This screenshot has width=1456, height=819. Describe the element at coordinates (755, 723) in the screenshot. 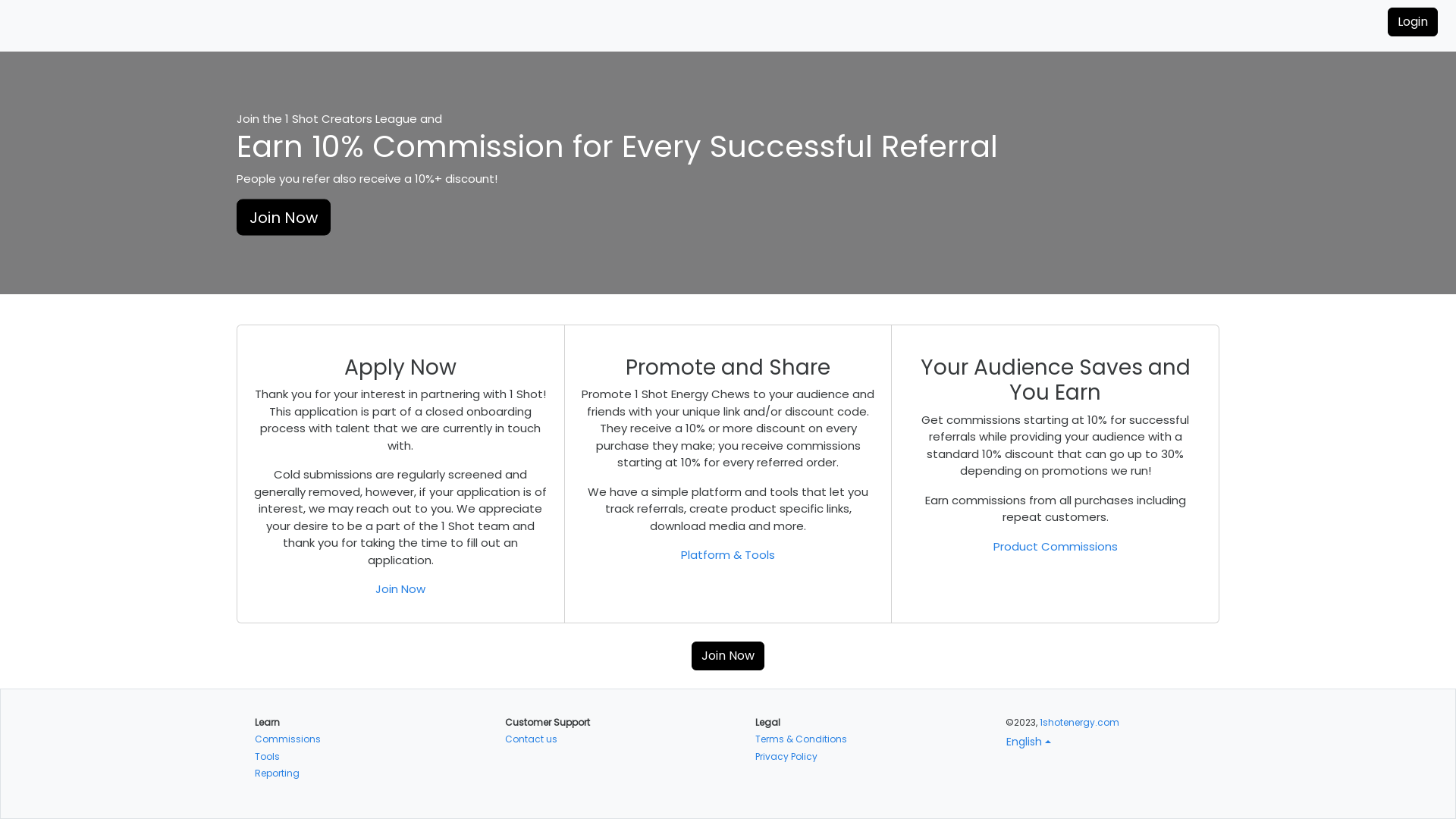

I see `'Privacy Policy'` at that location.